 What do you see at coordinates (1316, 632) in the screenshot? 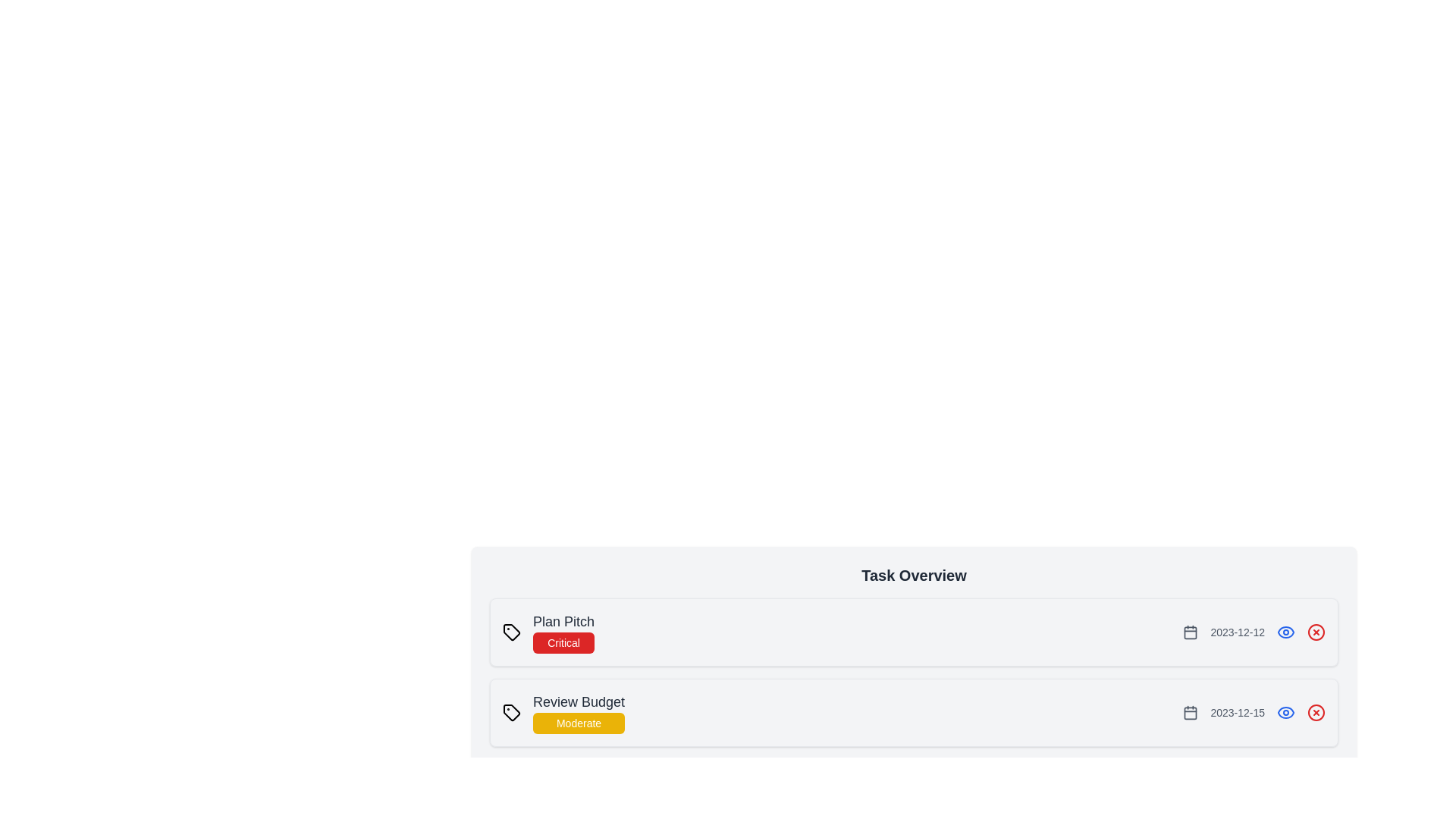
I see `the X icon of the task with the name Plan Pitch` at bounding box center [1316, 632].